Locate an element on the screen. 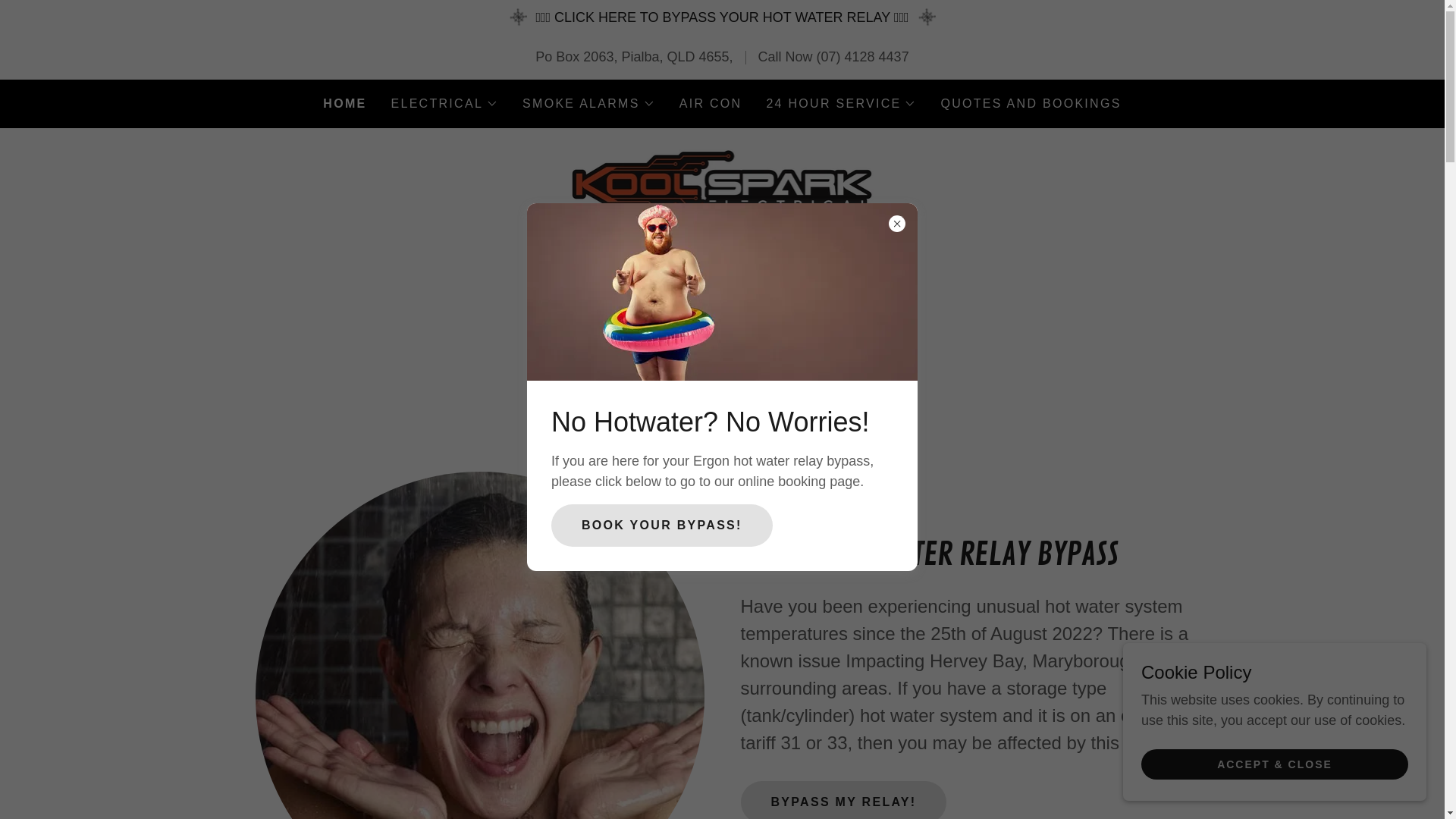  'SMOKE ALARMS' is located at coordinates (522, 103).